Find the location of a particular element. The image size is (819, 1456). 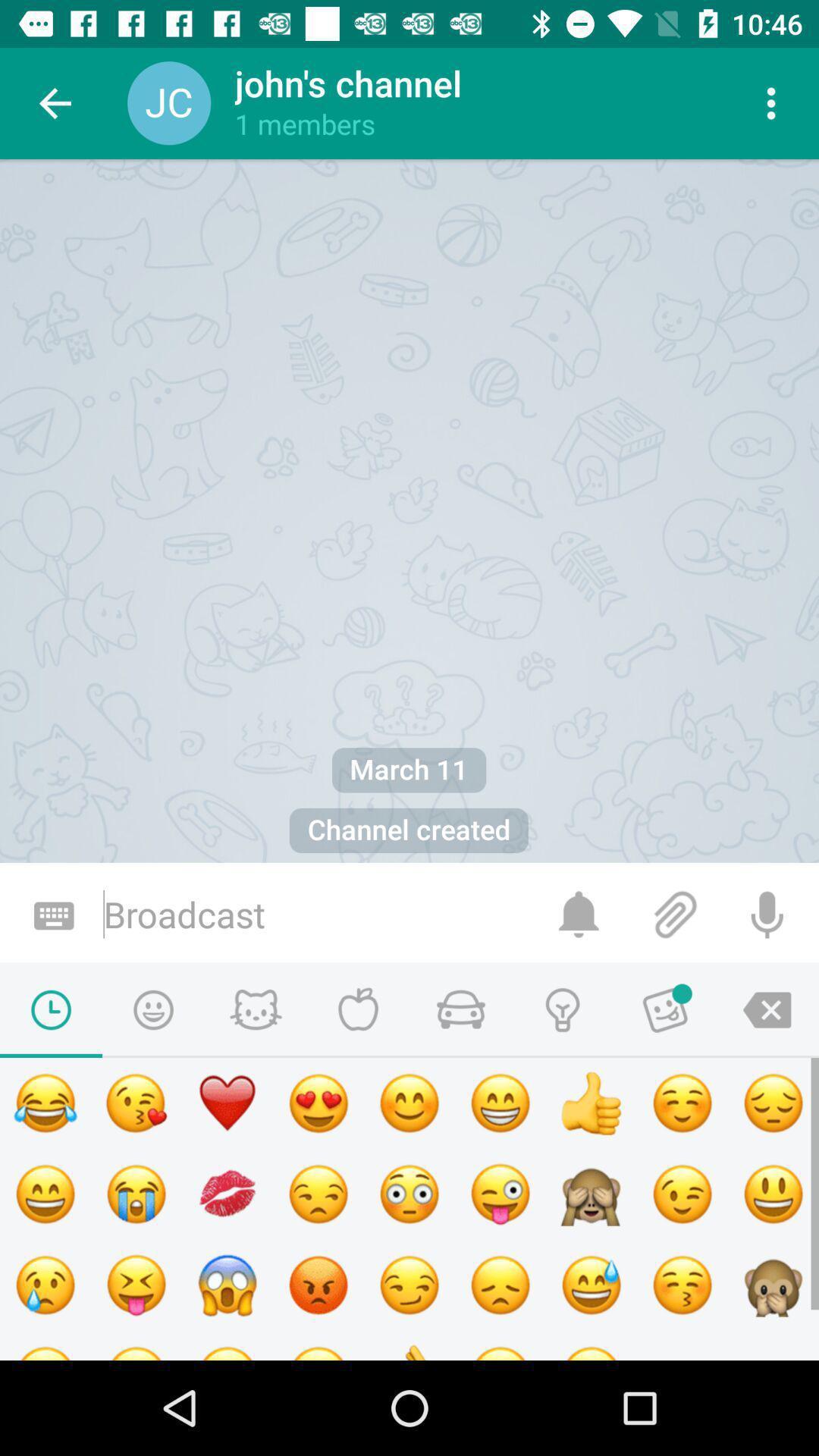

the thumbs_up icon is located at coordinates (590, 1103).